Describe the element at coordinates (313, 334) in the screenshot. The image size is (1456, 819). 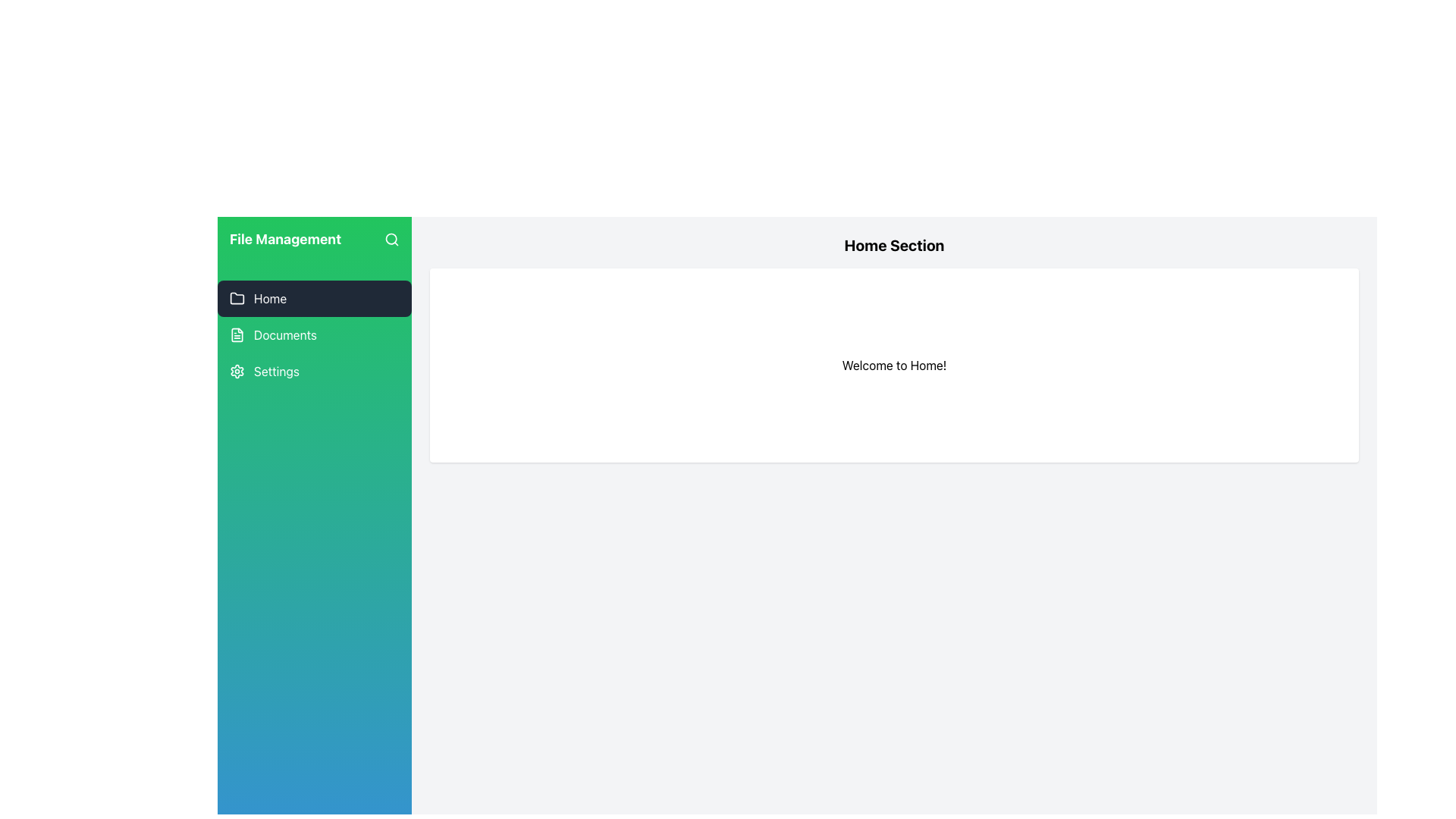
I see `the 'Documents' button located in the left sidebar, which is the second button in a vertical list of three buttons between 'Home' and 'Settings'` at that location.